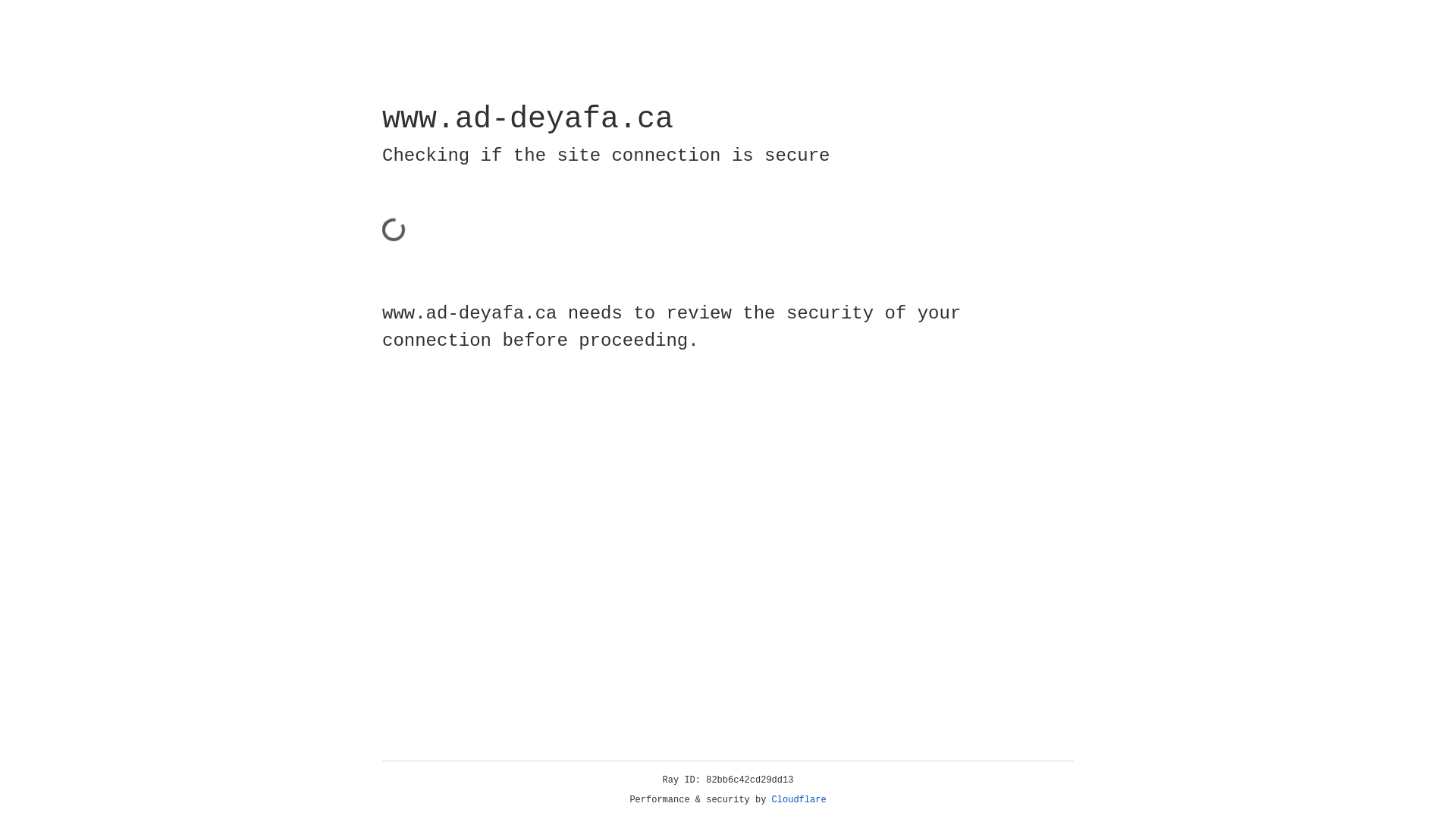 Image resolution: width=1456 pixels, height=819 pixels. I want to click on 'Cloudflare', so click(771, 799).